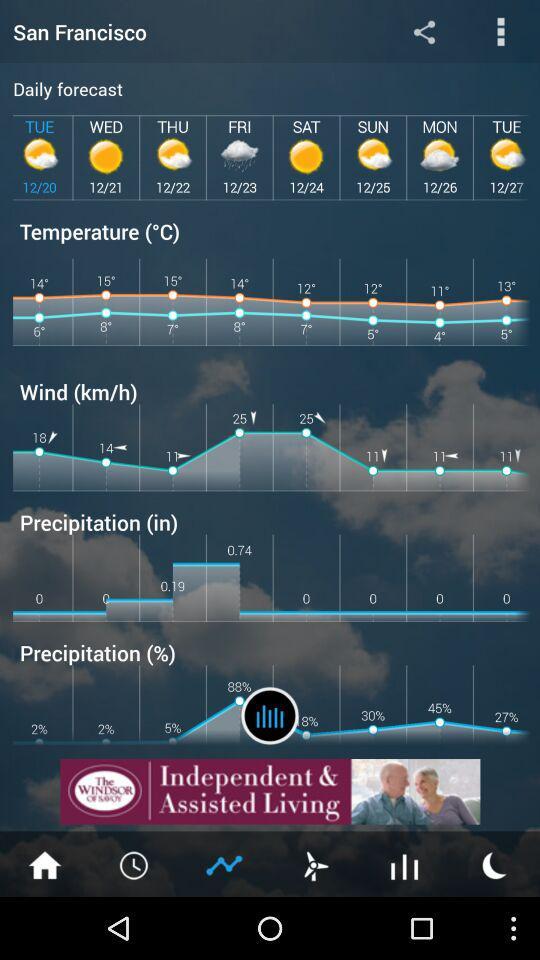 The image size is (540, 960). What do you see at coordinates (270, 791) in the screenshot?
I see `the advertisement` at bounding box center [270, 791].